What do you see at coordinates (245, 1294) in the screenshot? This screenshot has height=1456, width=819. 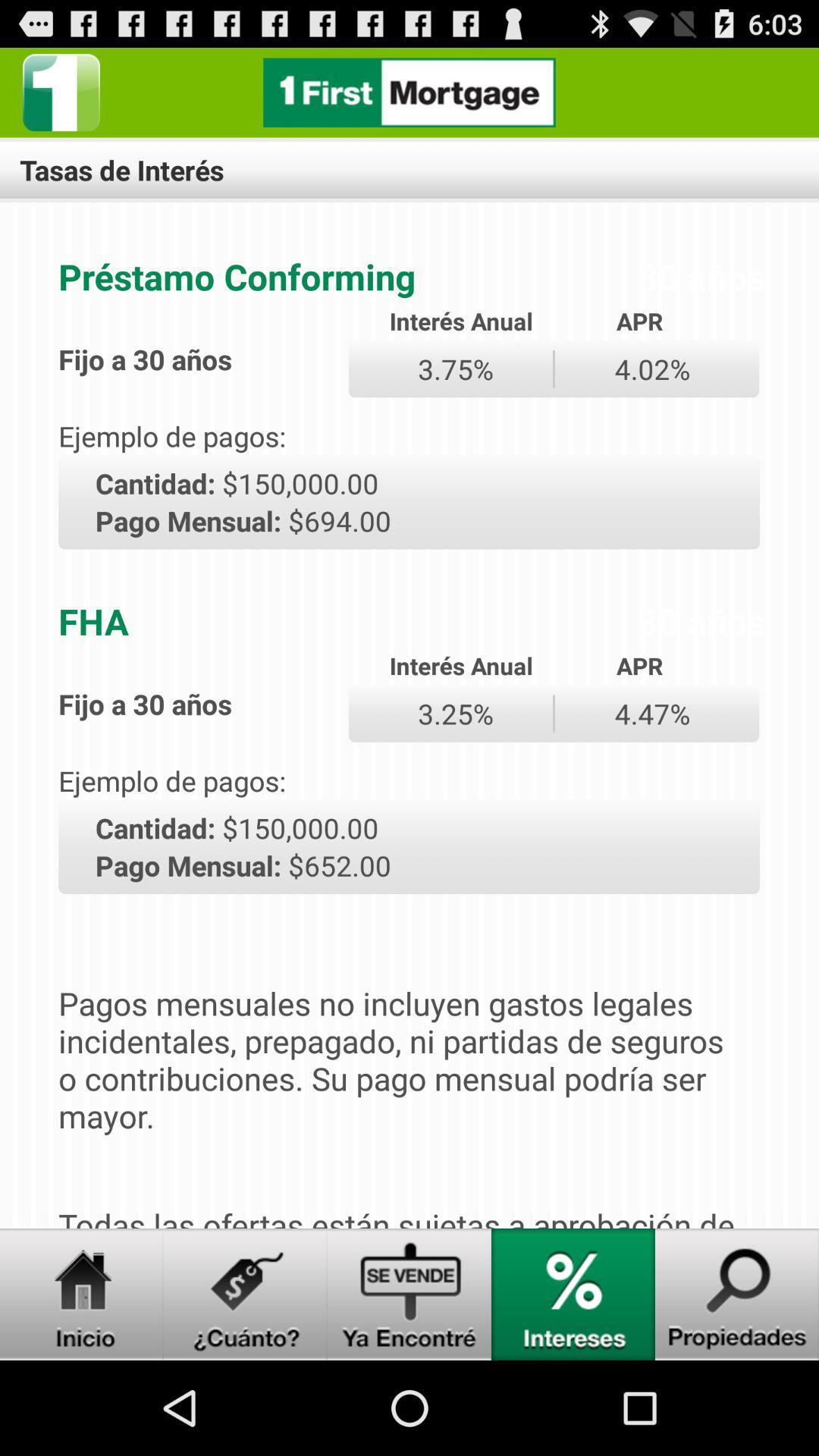 I see `show prices button` at bounding box center [245, 1294].